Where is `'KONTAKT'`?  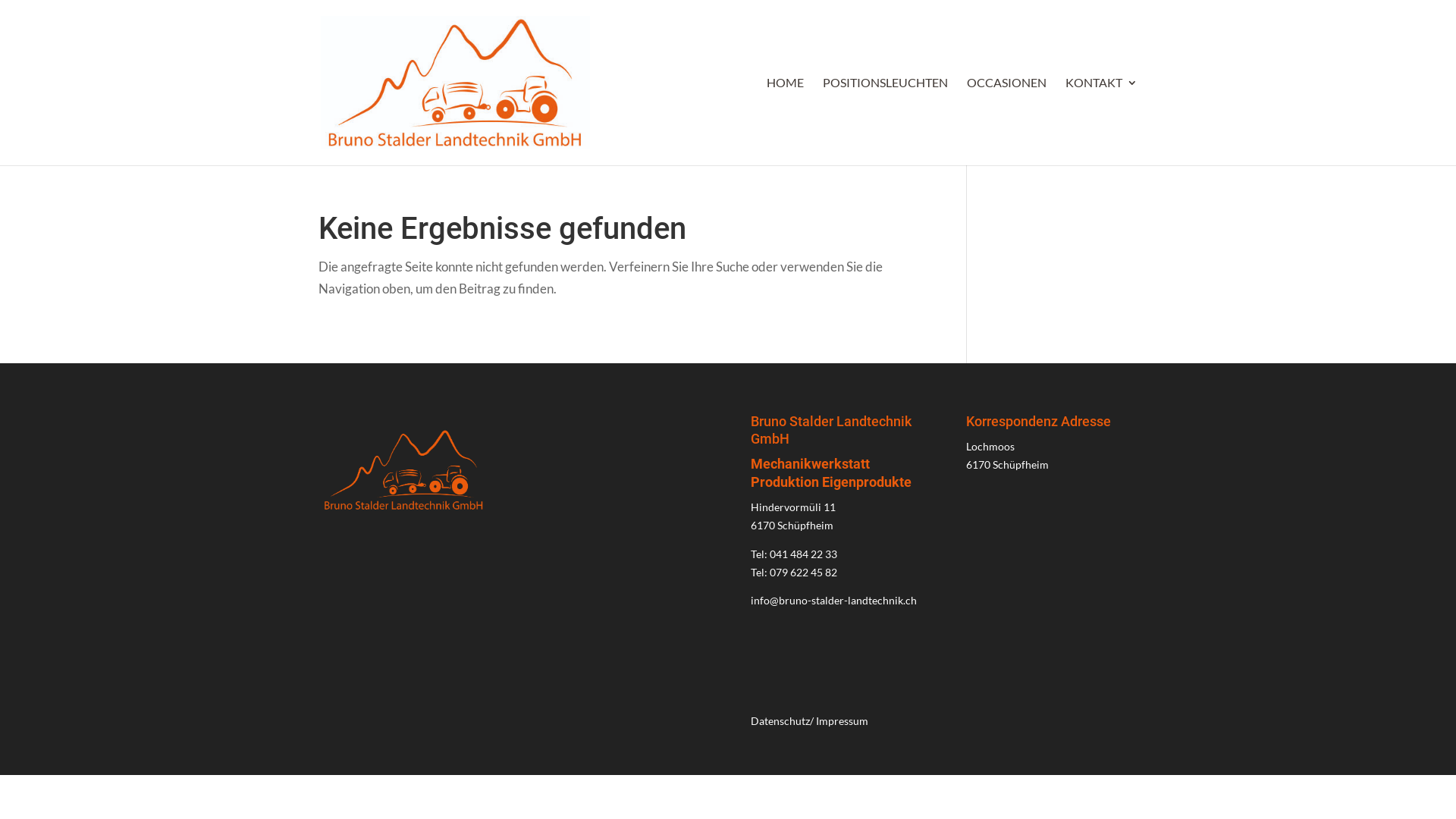
'KONTAKT' is located at coordinates (1101, 120).